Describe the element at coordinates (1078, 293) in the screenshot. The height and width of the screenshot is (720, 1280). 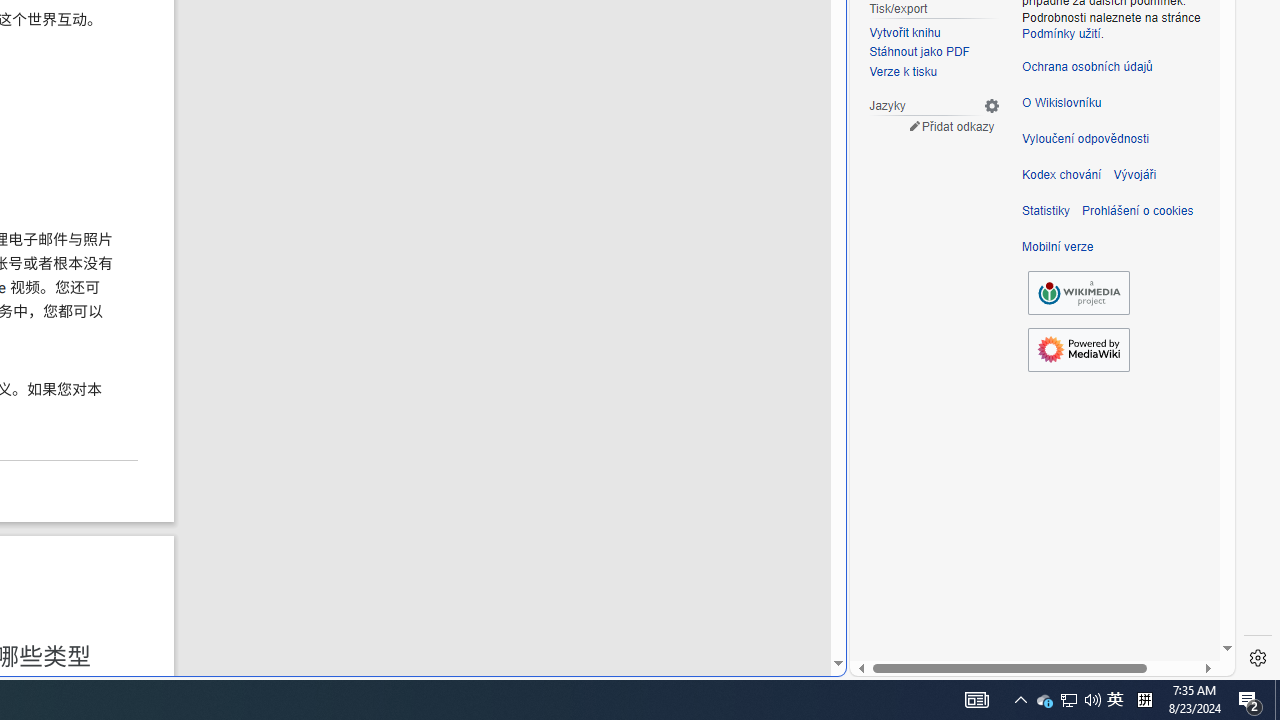
I see `'Wikimedia Foundation'` at that location.